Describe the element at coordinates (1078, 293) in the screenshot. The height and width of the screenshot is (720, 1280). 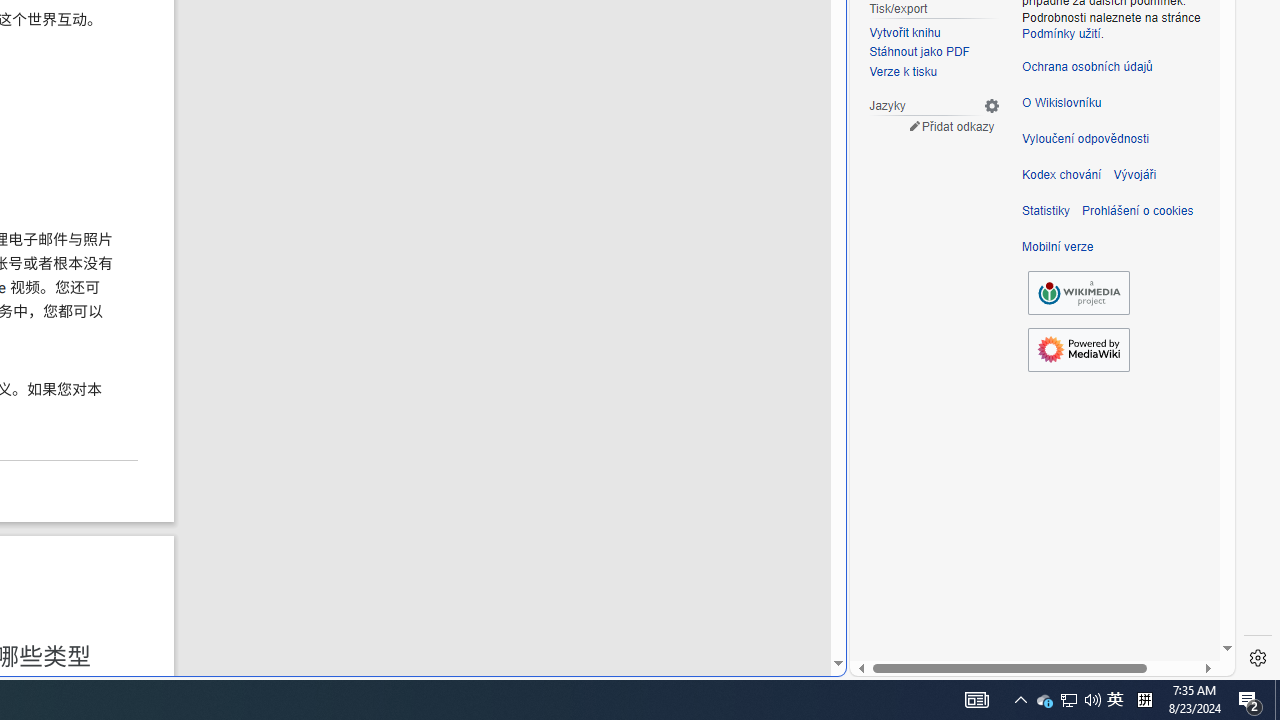
I see `'Wikimedia Foundation'` at that location.